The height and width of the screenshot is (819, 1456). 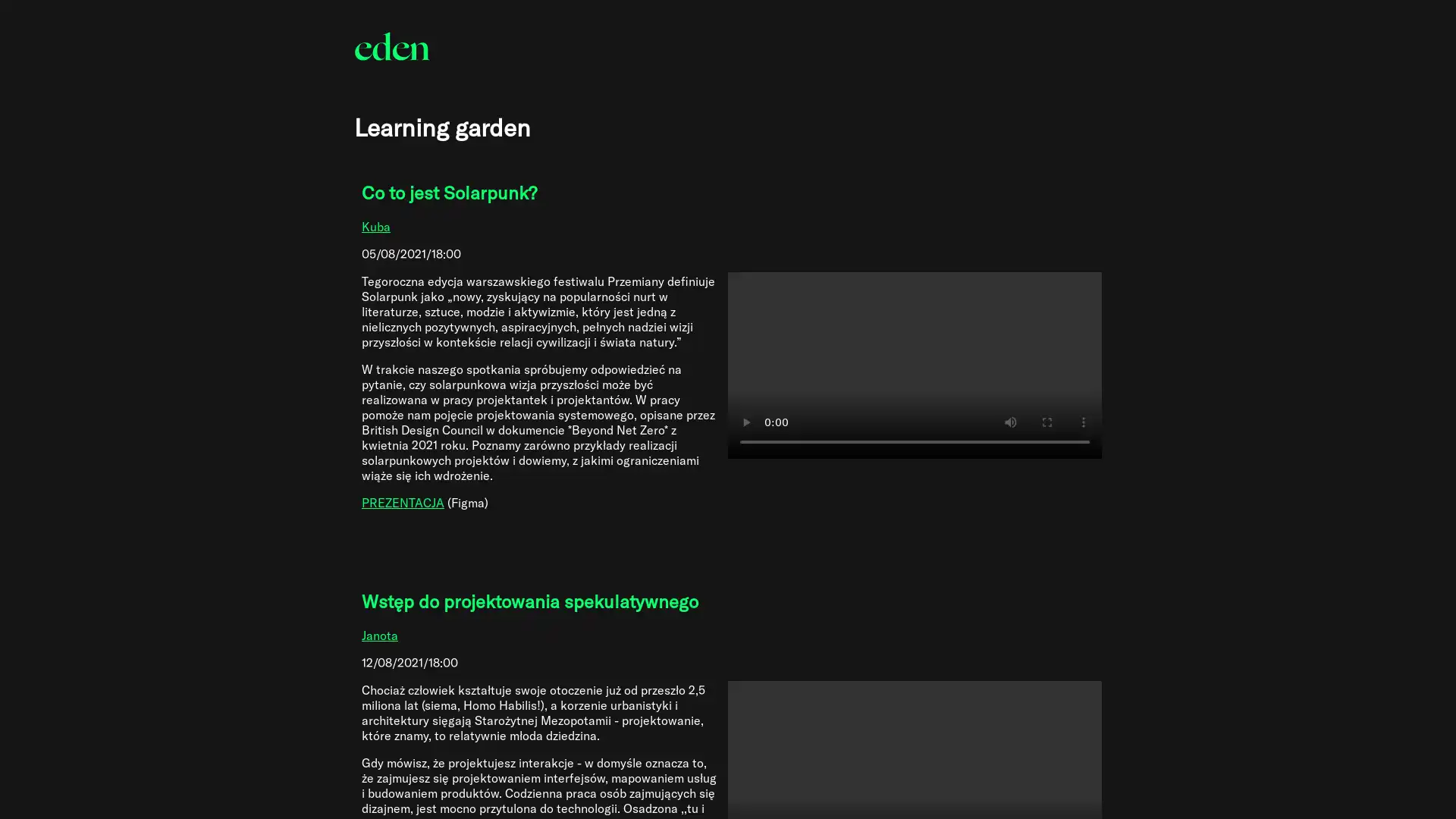 I want to click on play, so click(x=745, y=422).